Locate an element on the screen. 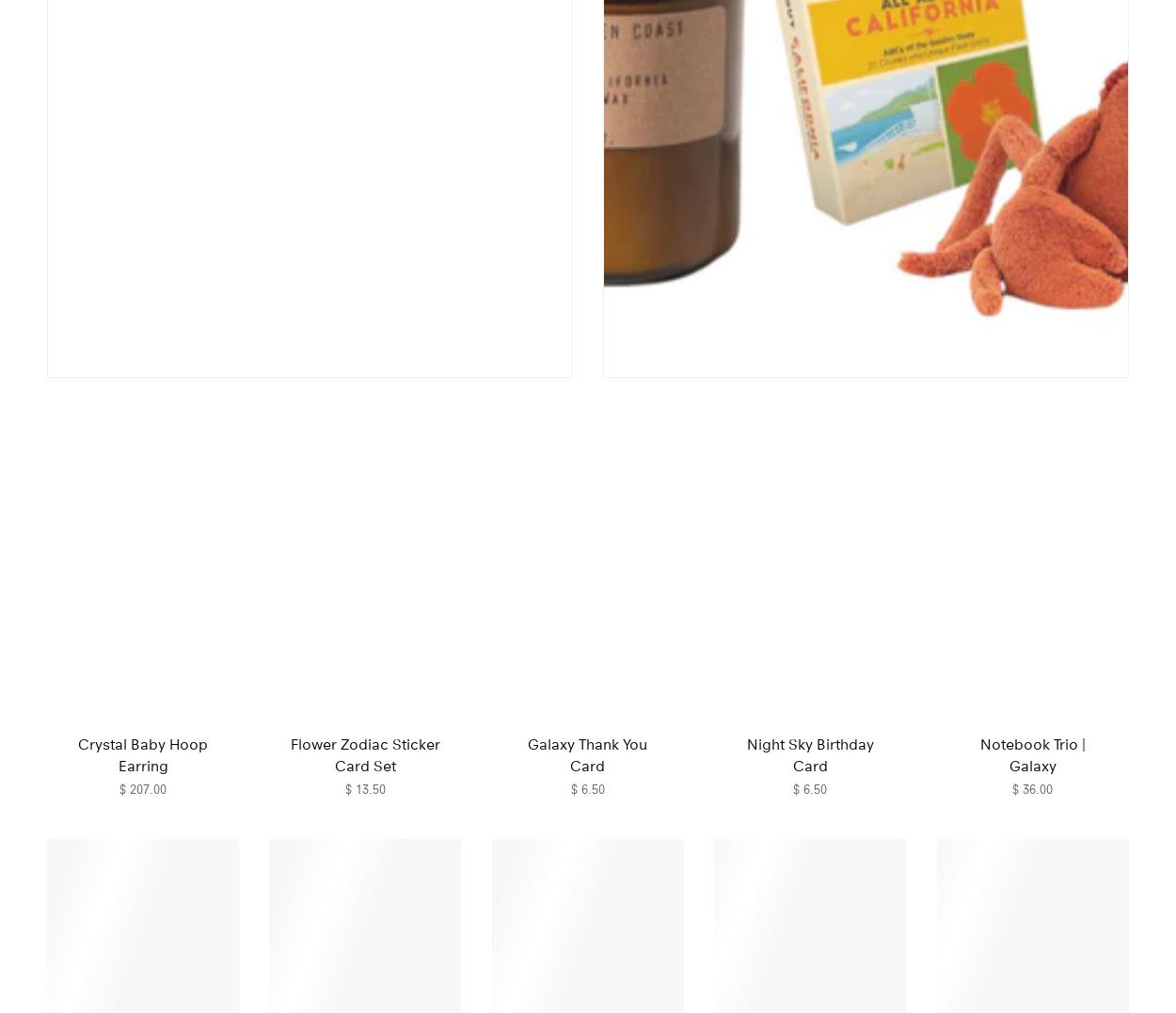 Image resolution: width=1176 pixels, height=1013 pixels. 'Galaxy Thank You Card' is located at coordinates (586, 754).